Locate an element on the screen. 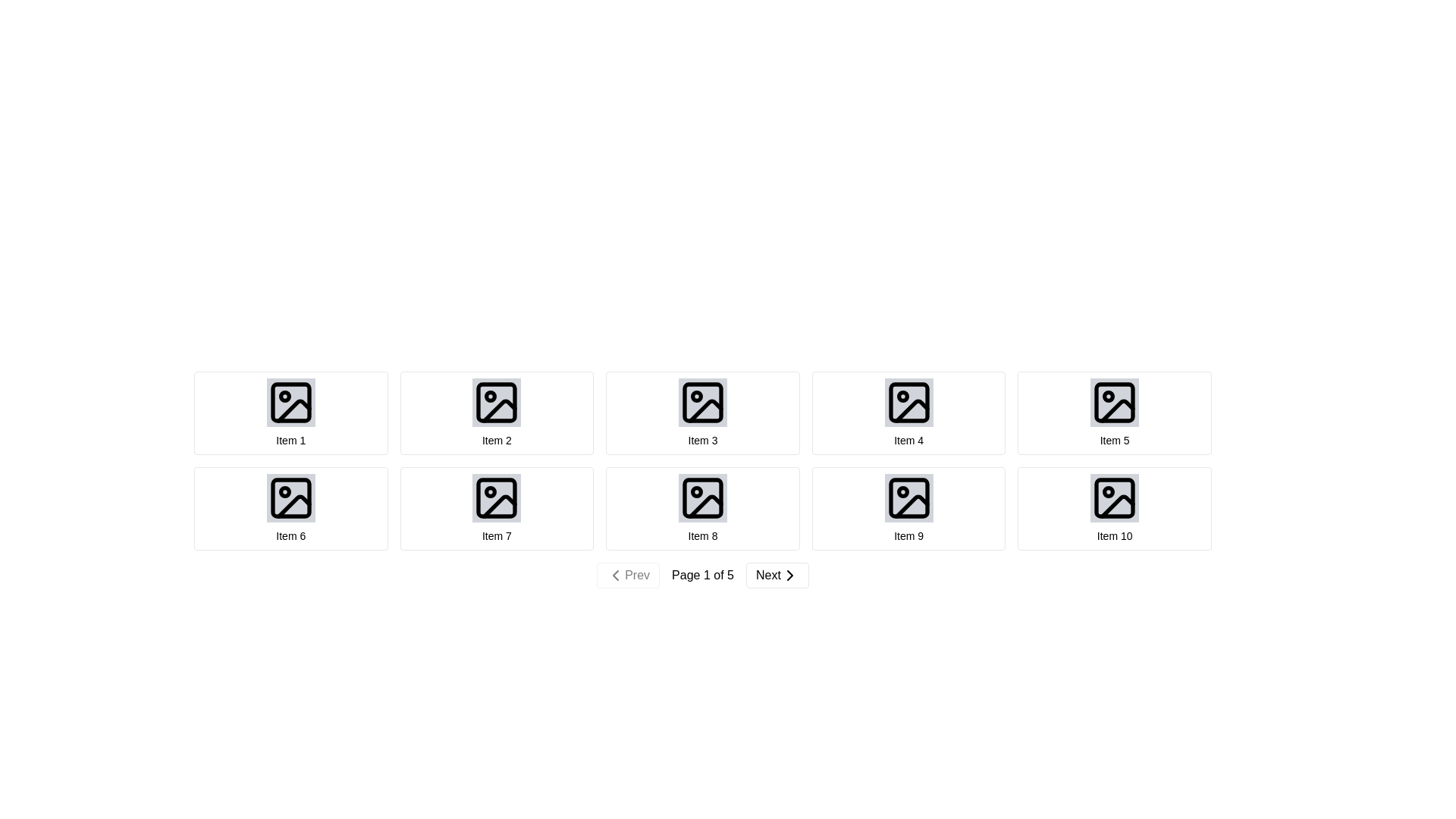 Image resolution: width=1456 pixels, height=819 pixels. the decorative rectangular element within the top-left icon of the interface grid, which is styled as a filled rectangle with rounded corners and resides within an SVG image placeholder is located at coordinates (290, 402).